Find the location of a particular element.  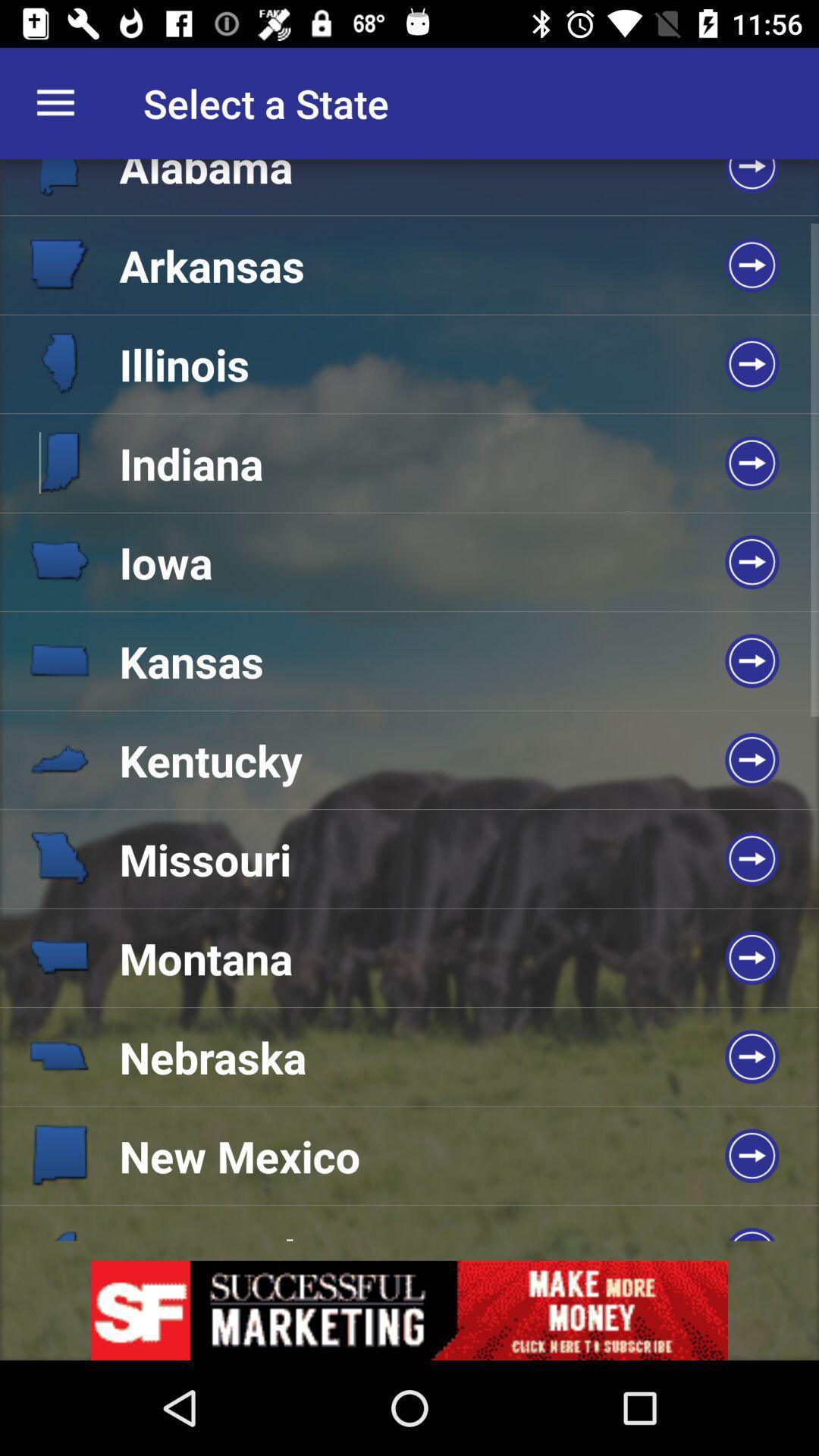

advertisement website is located at coordinates (409, 1310).